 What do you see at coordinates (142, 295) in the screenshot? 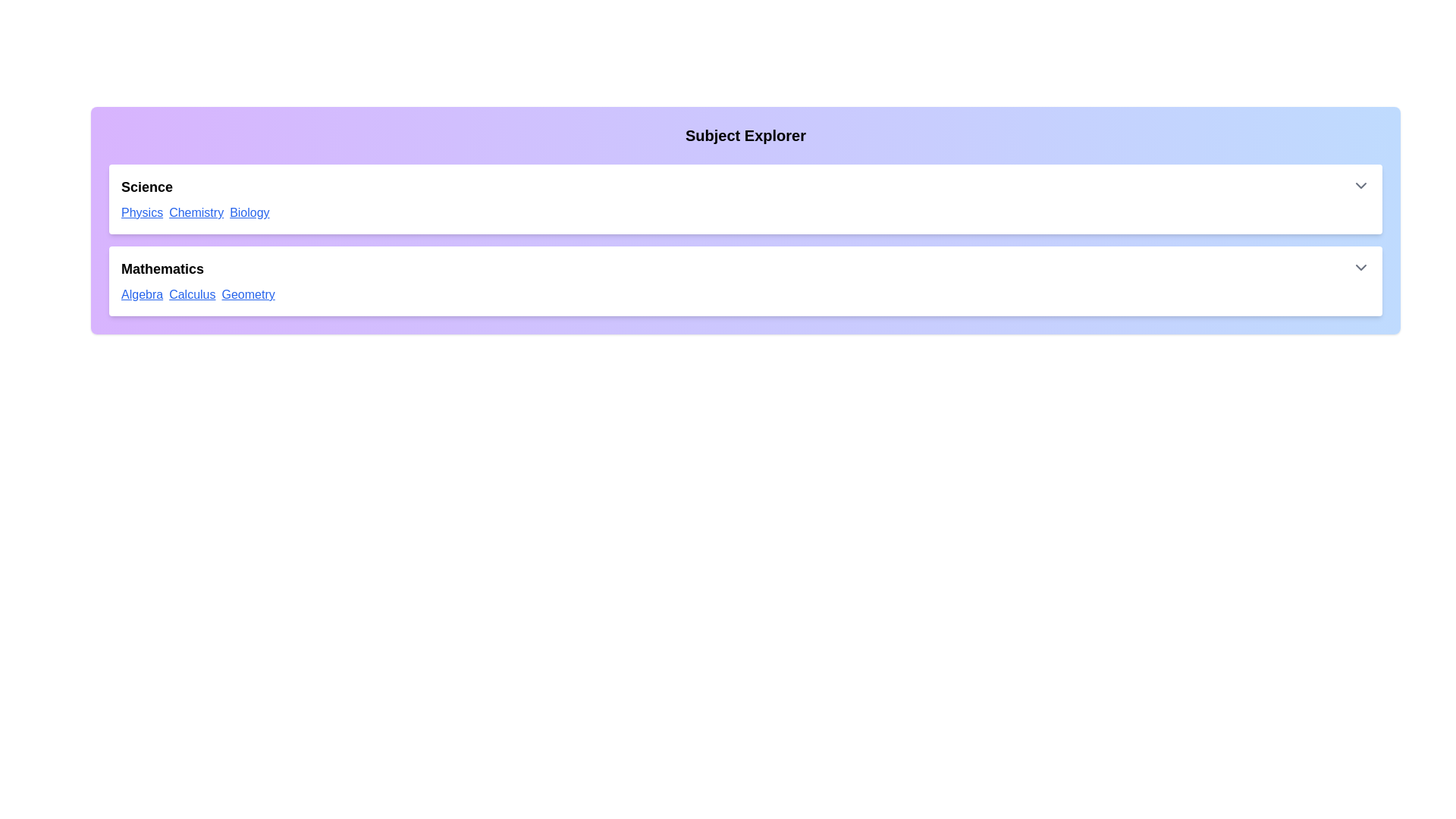
I see `the link with the text 'Algebra' to navigate` at bounding box center [142, 295].